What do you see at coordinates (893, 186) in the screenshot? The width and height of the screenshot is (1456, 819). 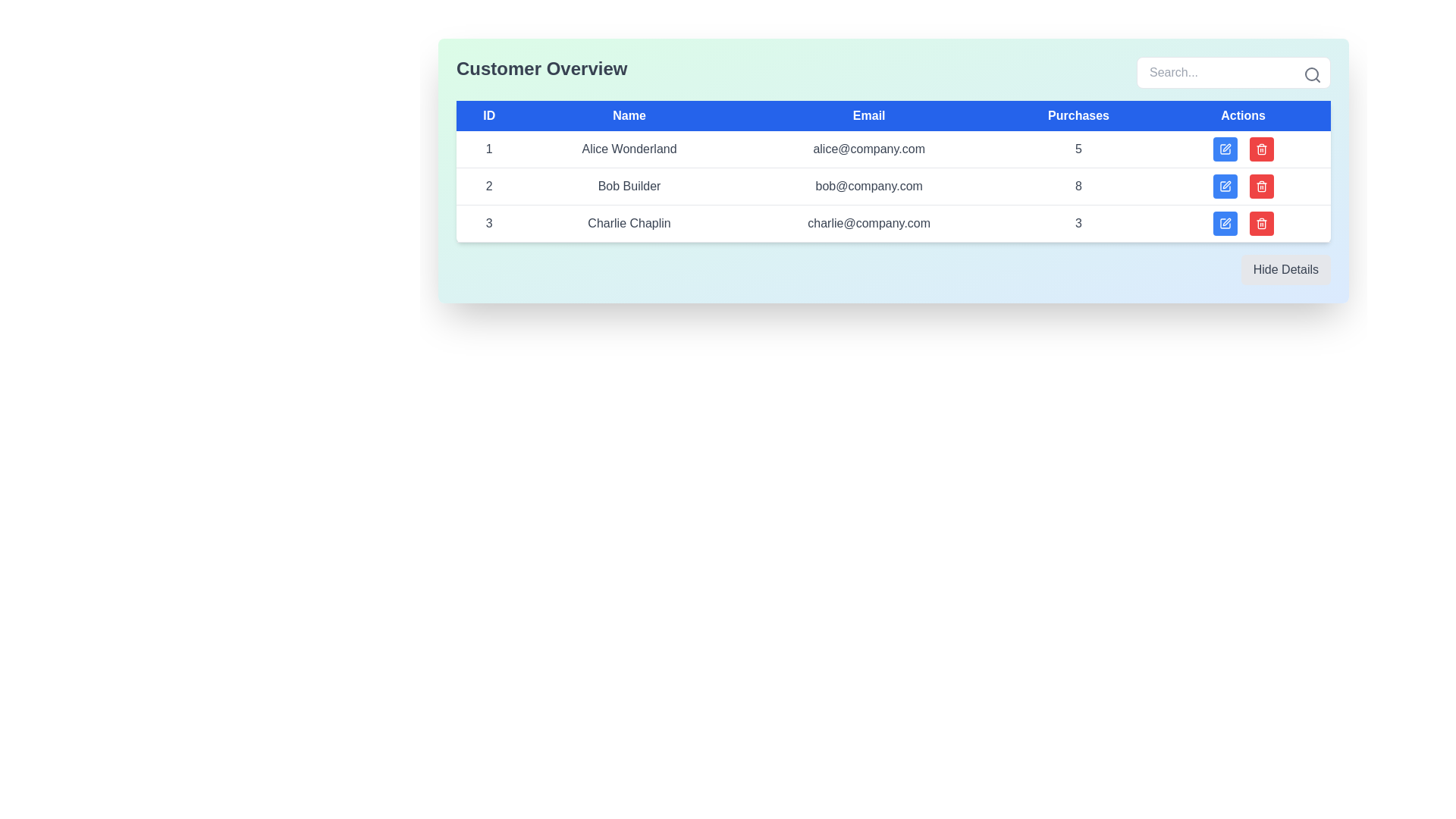 I see `the second row in the customer data table containing ID '2', name 'Bob Builder', email 'bob@company.com', and 8 purchases` at bounding box center [893, 186].